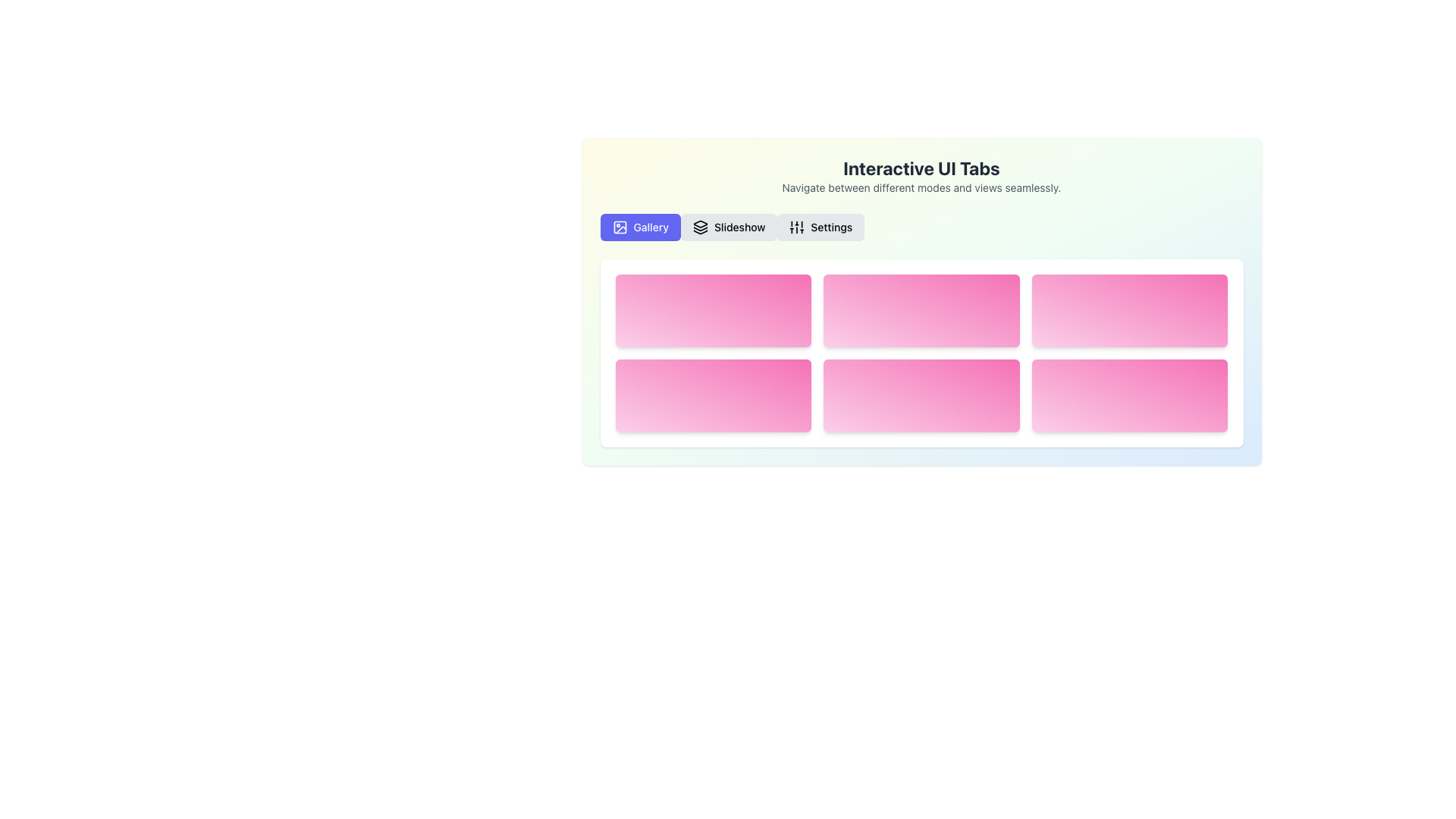 The height and width of the screenshot is (819, 1456). I want to click on the Decorative Content Block, which is a rectangular element with a gradient background transitioning from light pink to bright pink, located in the bottom-right corner of the grid, so click(1130, 394).